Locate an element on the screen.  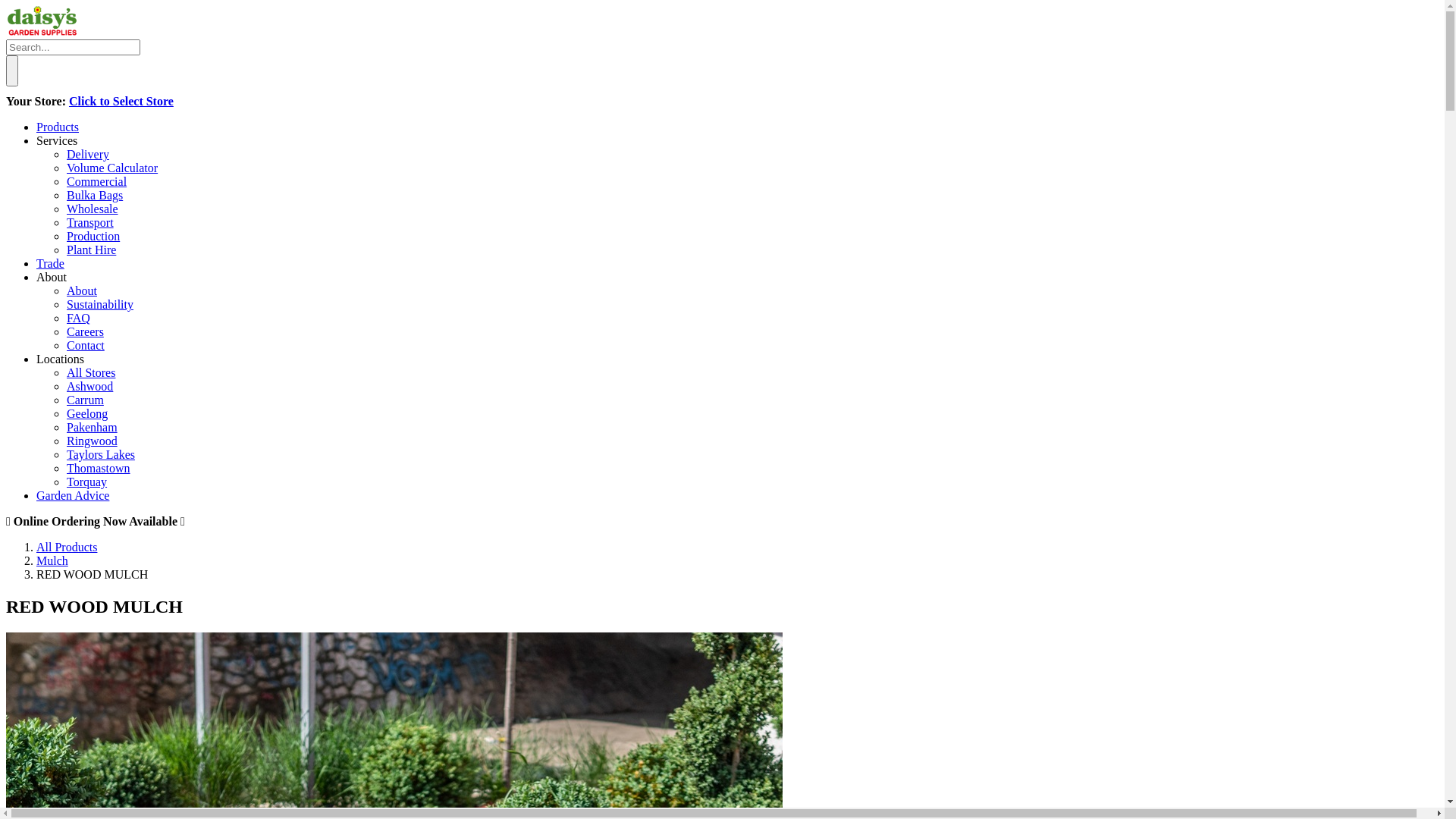
'Transport' is located at coordinates (89, 222).